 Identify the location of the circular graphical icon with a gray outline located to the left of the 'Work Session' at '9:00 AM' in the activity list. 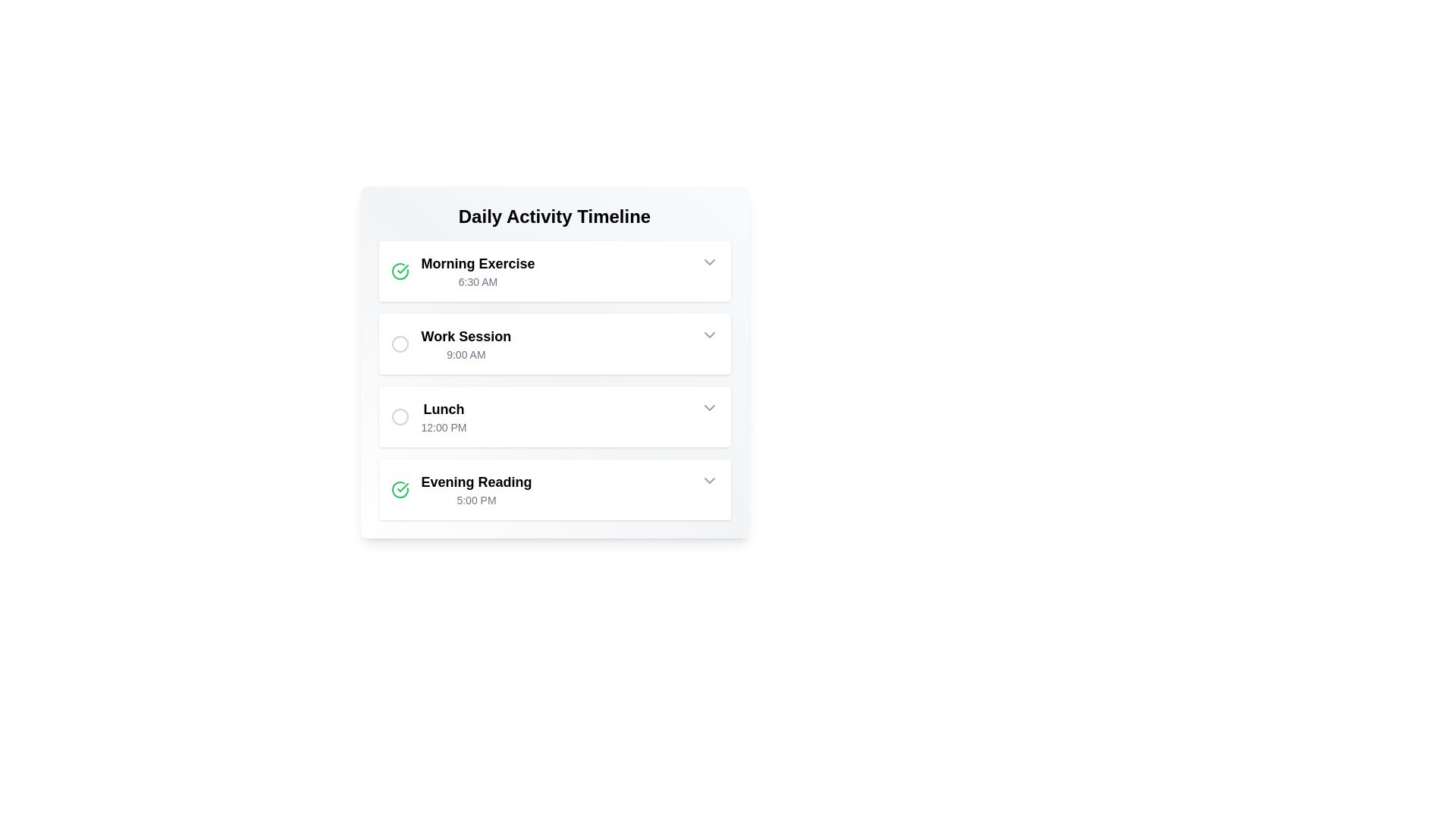
(400, 344).